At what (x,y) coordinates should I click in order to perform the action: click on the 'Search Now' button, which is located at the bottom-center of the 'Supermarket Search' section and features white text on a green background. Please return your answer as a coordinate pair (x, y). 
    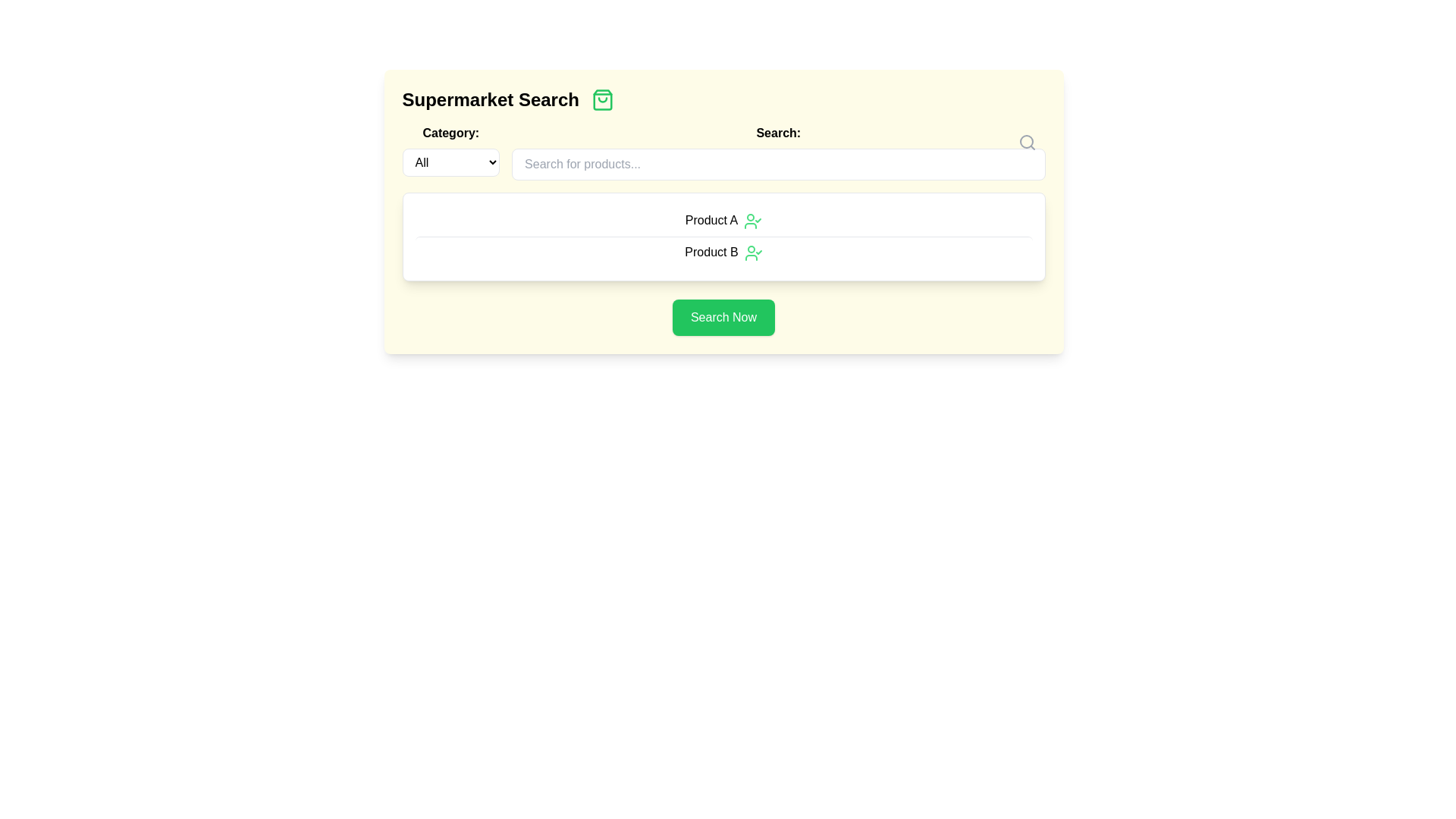
    Looking at the image, I should click on (723, 316).